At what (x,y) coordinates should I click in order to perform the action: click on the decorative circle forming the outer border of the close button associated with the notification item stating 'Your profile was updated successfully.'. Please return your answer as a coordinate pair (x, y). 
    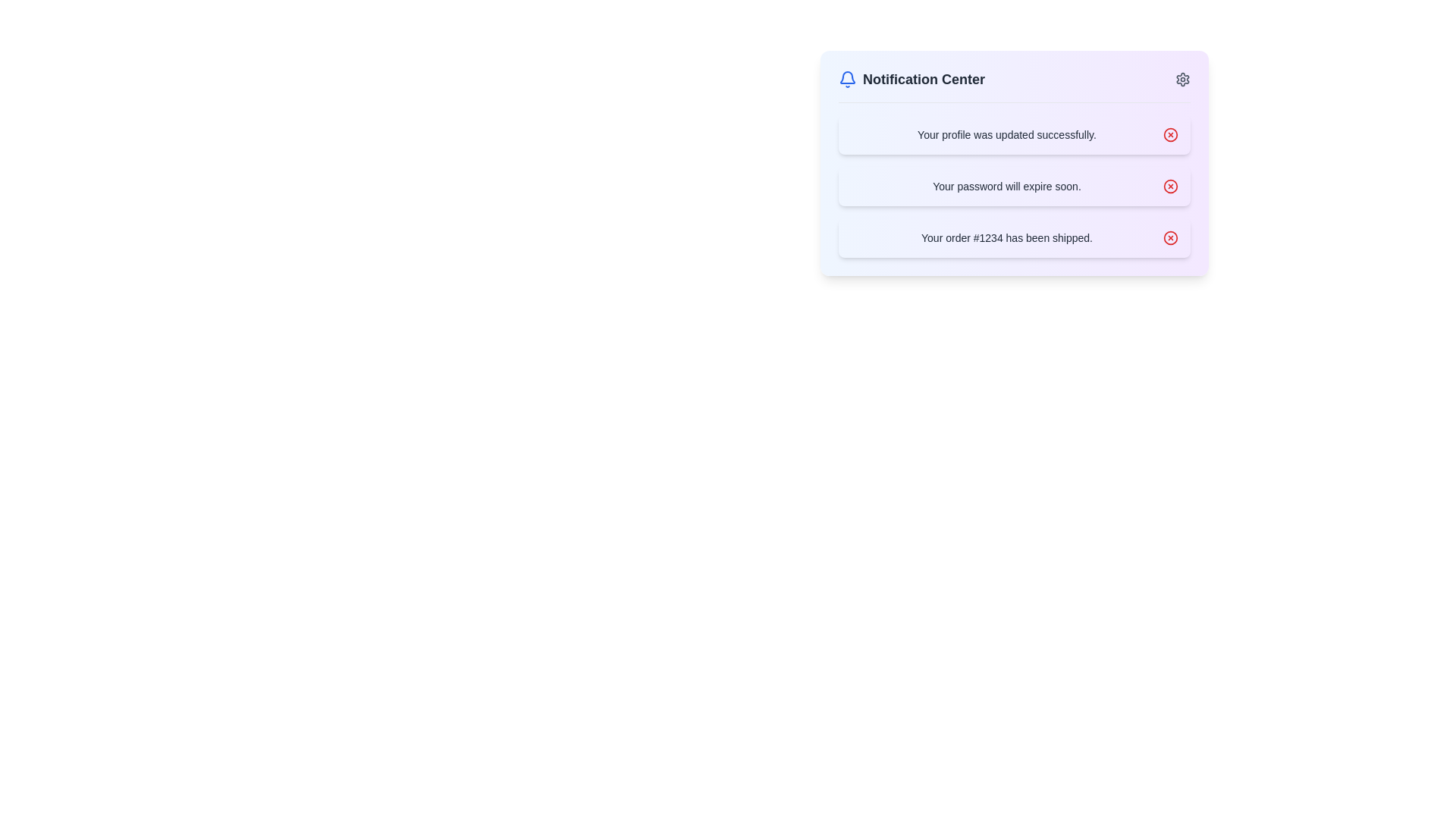
    Looking at the image, I should click on (1170, 133).